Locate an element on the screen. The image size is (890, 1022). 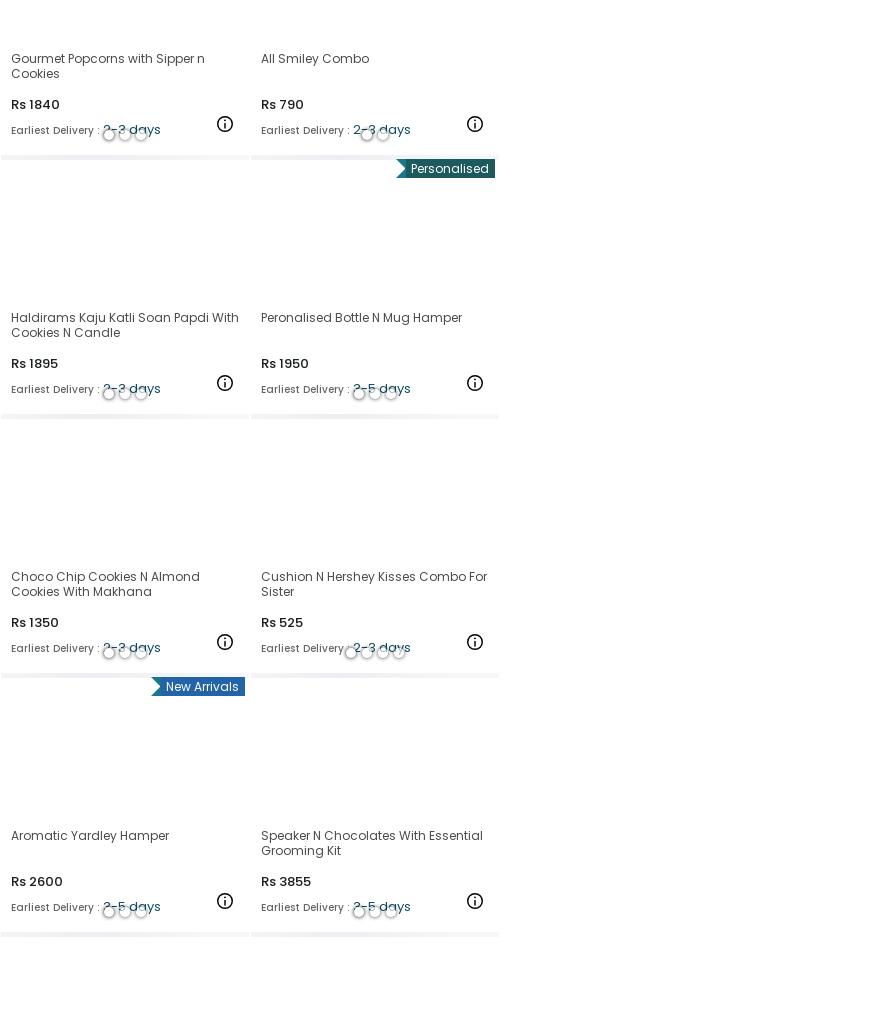
'Speaker N Chocolates With Essential Grooming Kit' is located at coordinates (260, 842).